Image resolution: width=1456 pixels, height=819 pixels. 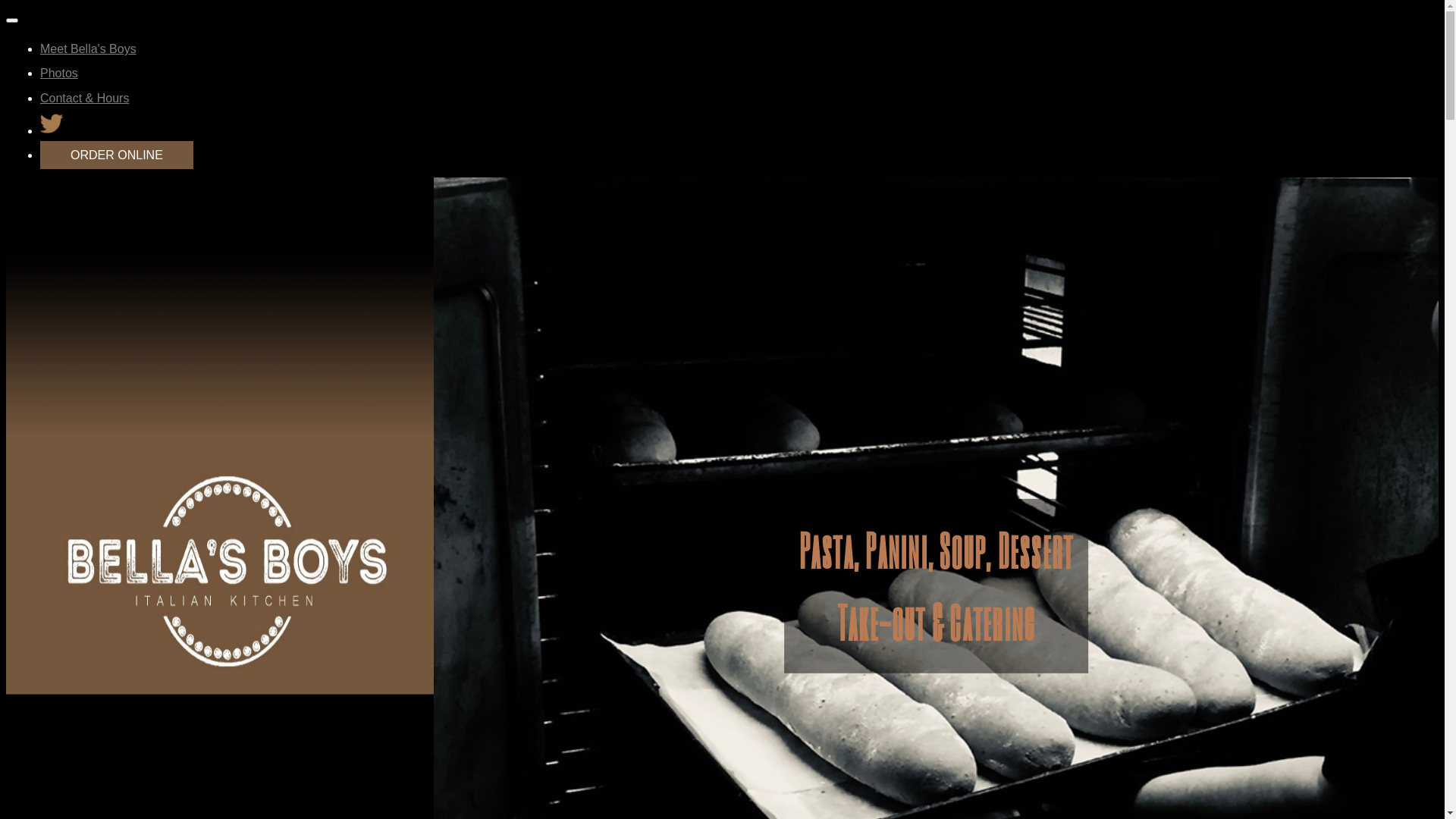 What do you see at coordinates (39, 155) in the screenshot?
I see `'ORDER ONLINE'` at bounding box center [39, 155].